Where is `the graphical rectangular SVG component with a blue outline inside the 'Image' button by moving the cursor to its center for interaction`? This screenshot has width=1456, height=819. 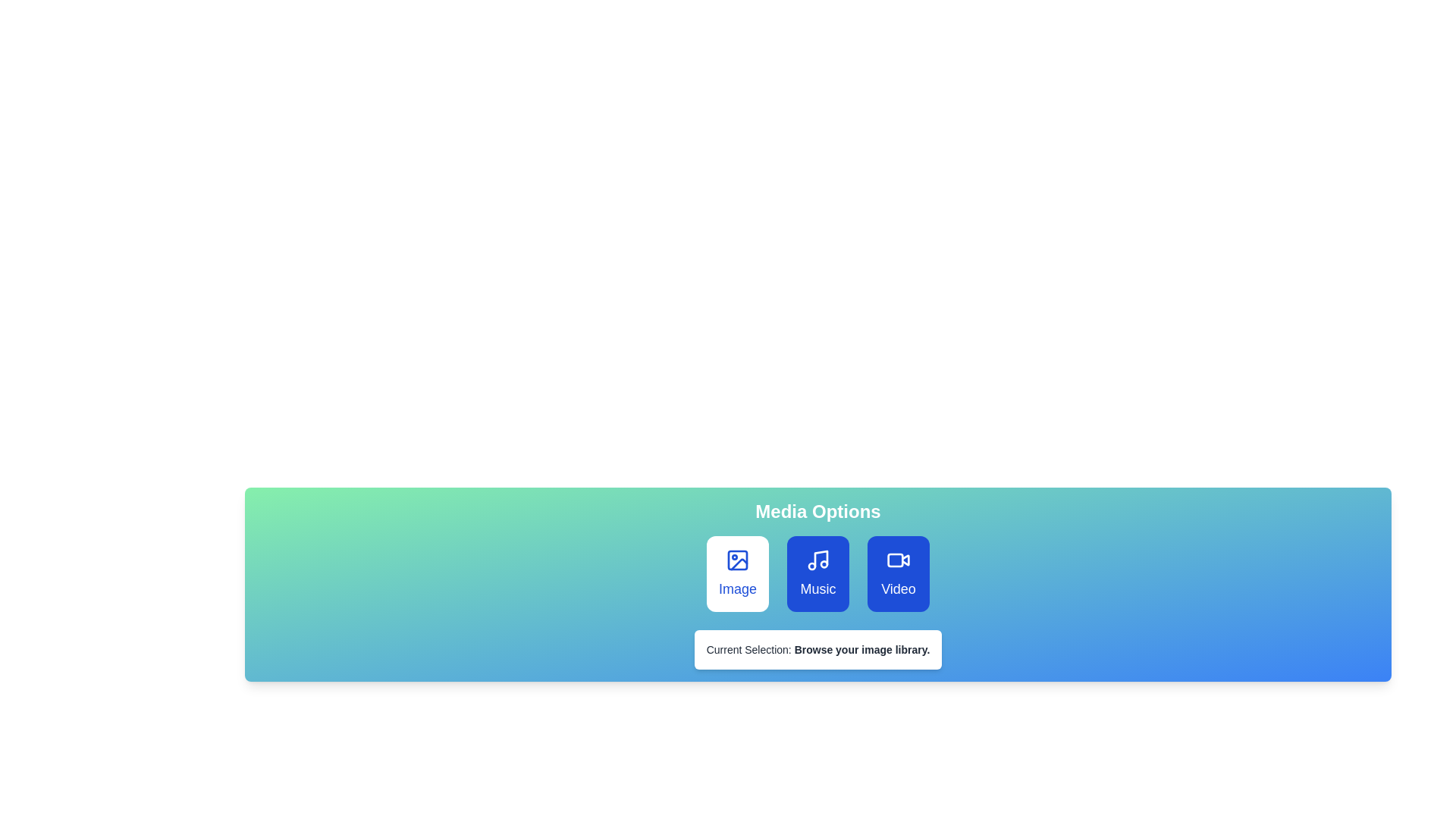 the graphical rectangular SVG component with a blue outline inside the 'Image' button by moving the cursor to its center for interaction is located at coordinates (738, 560).